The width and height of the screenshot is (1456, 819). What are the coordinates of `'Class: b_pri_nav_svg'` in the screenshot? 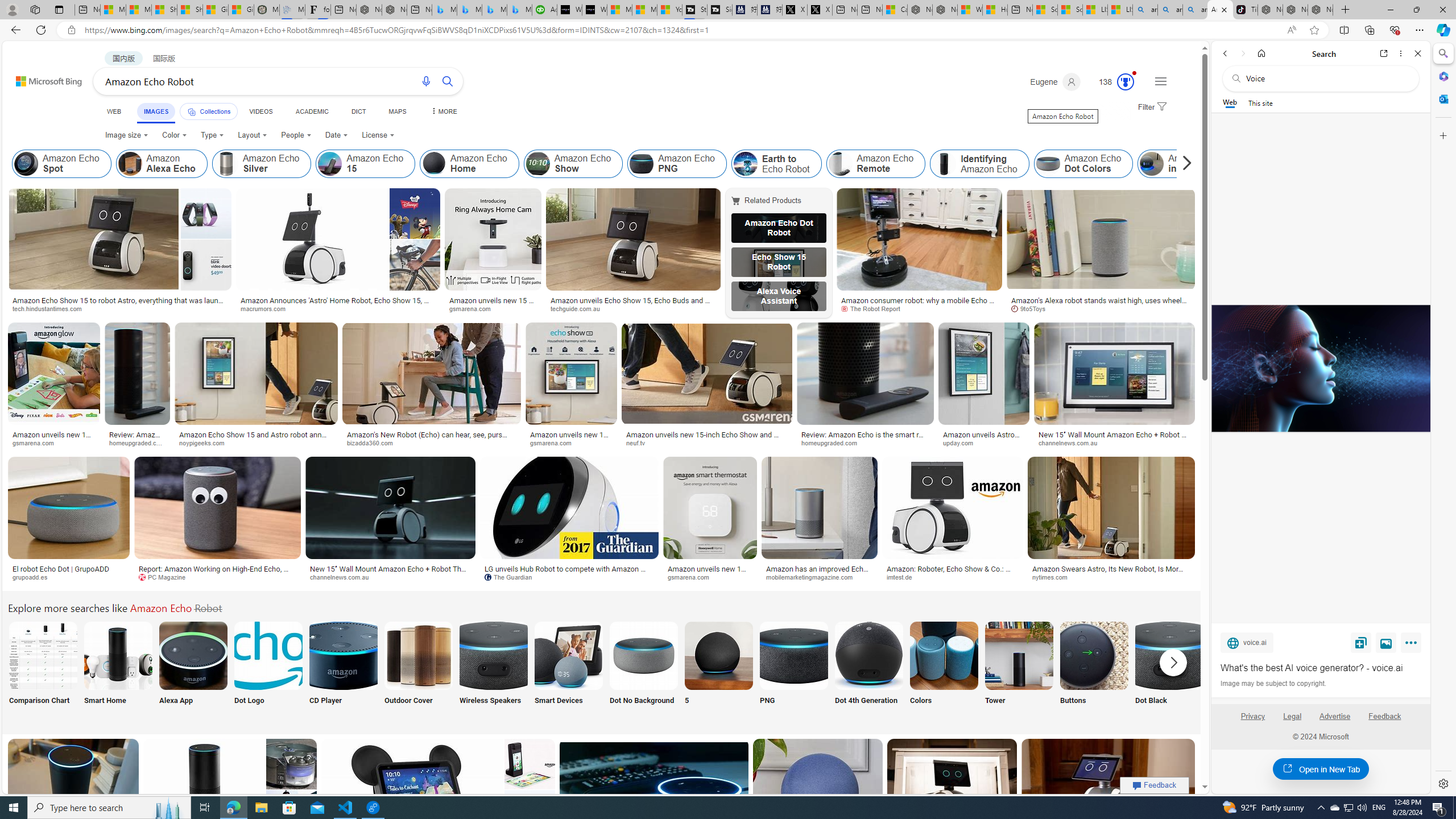 It's located at (192, 111).